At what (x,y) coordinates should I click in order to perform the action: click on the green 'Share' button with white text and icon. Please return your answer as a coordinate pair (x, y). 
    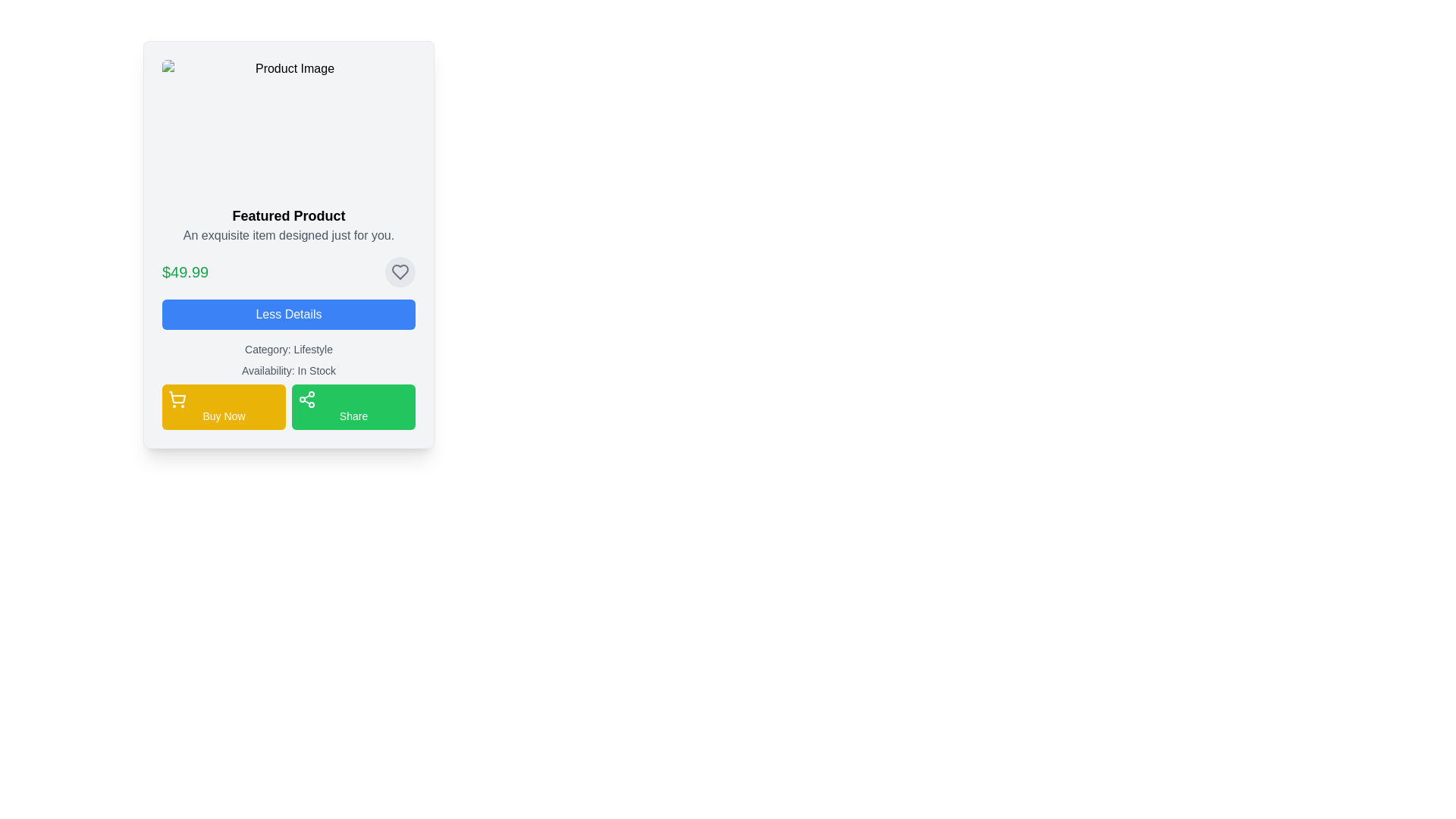
    Looking at the image, I should click on (353, 406).